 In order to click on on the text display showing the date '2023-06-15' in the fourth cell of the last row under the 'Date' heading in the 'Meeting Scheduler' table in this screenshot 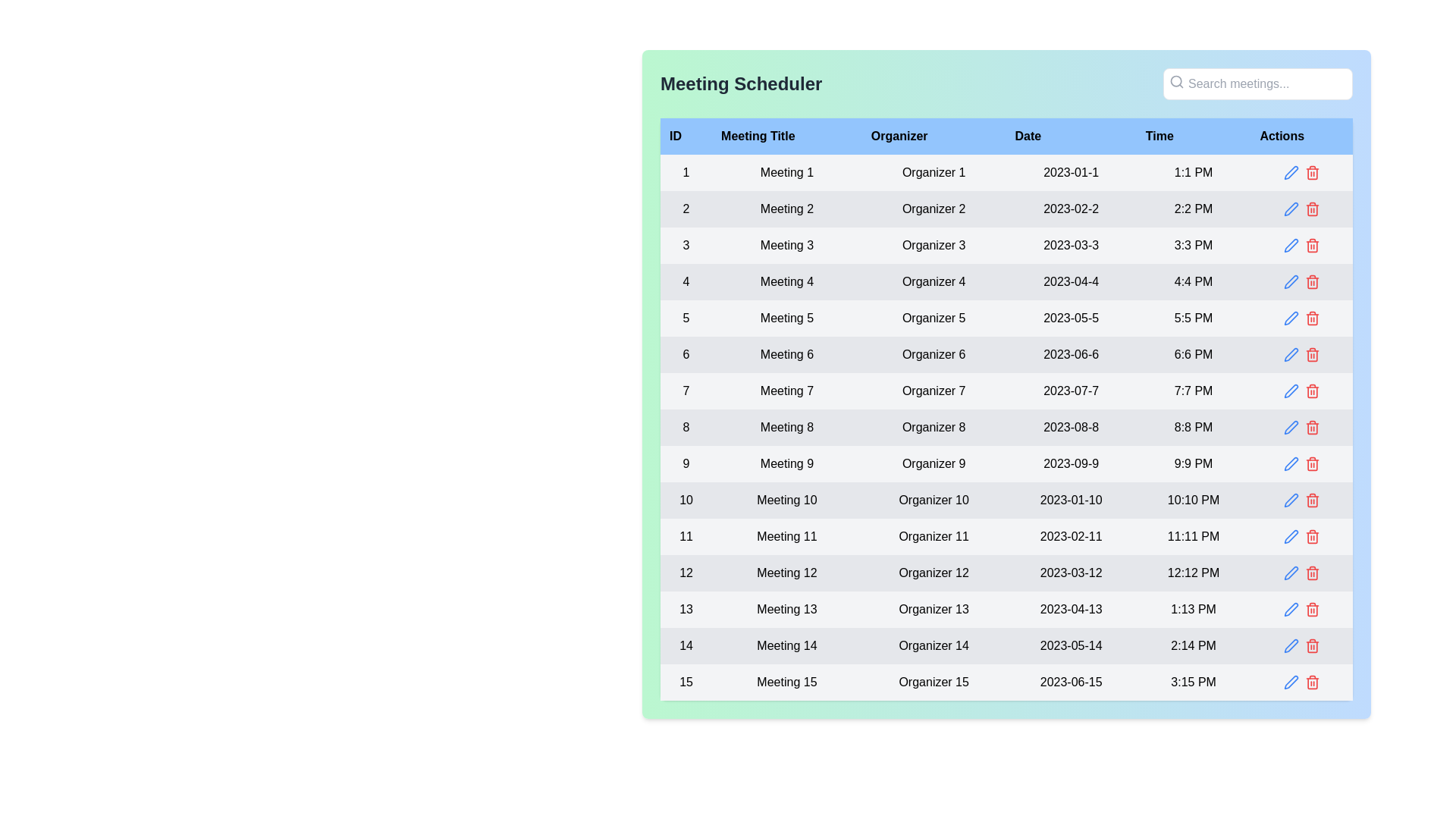, I will do `click(1070, 681)`.